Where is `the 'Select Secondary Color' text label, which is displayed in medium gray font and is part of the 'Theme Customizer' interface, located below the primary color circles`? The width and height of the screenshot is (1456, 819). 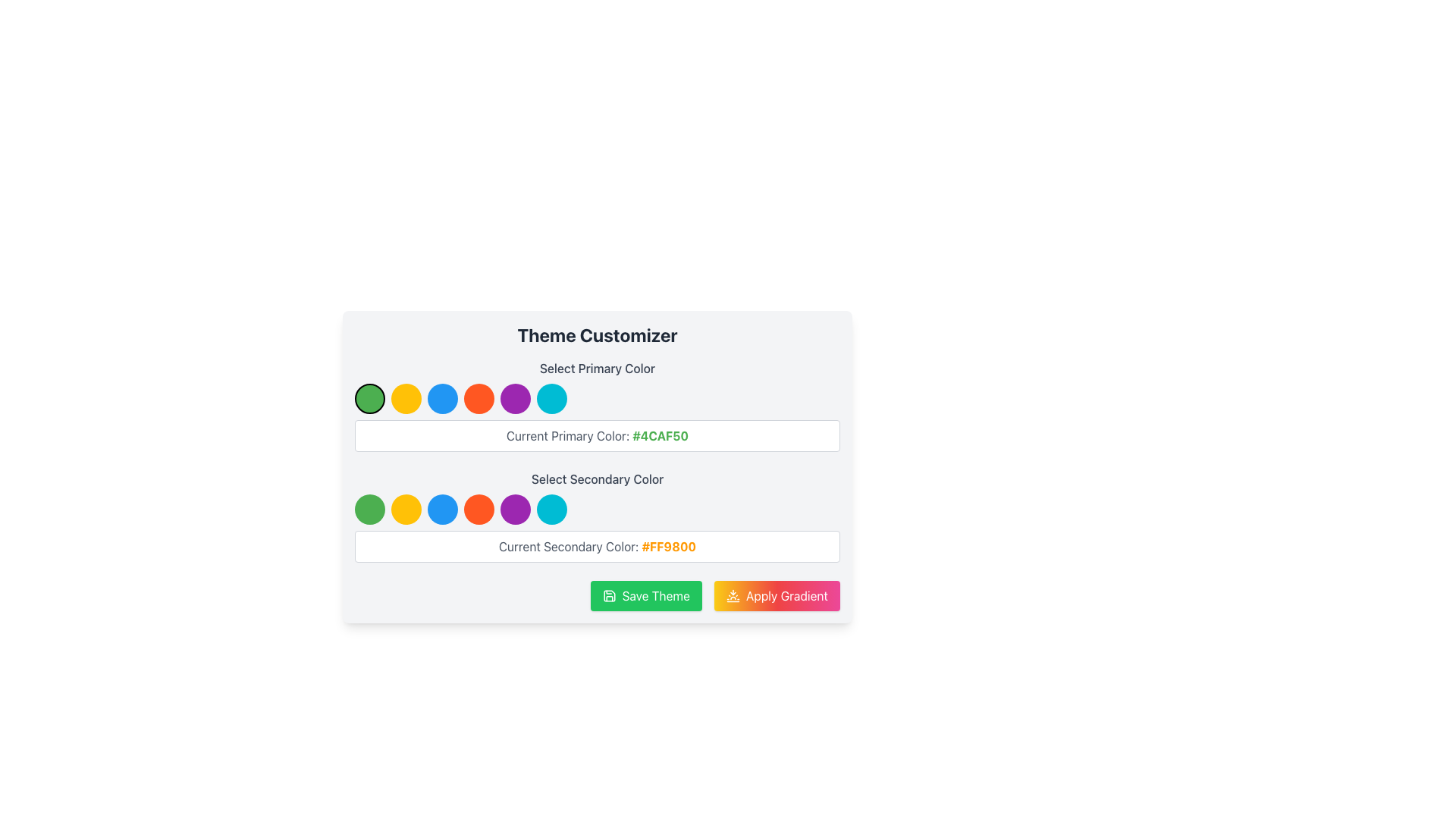 the 'Select Secondary Color' text label, which is displayed in medium gray font and is part of the 'Theme Customizer' interface, located below the primary color circles is located at coordinates (596, 479).